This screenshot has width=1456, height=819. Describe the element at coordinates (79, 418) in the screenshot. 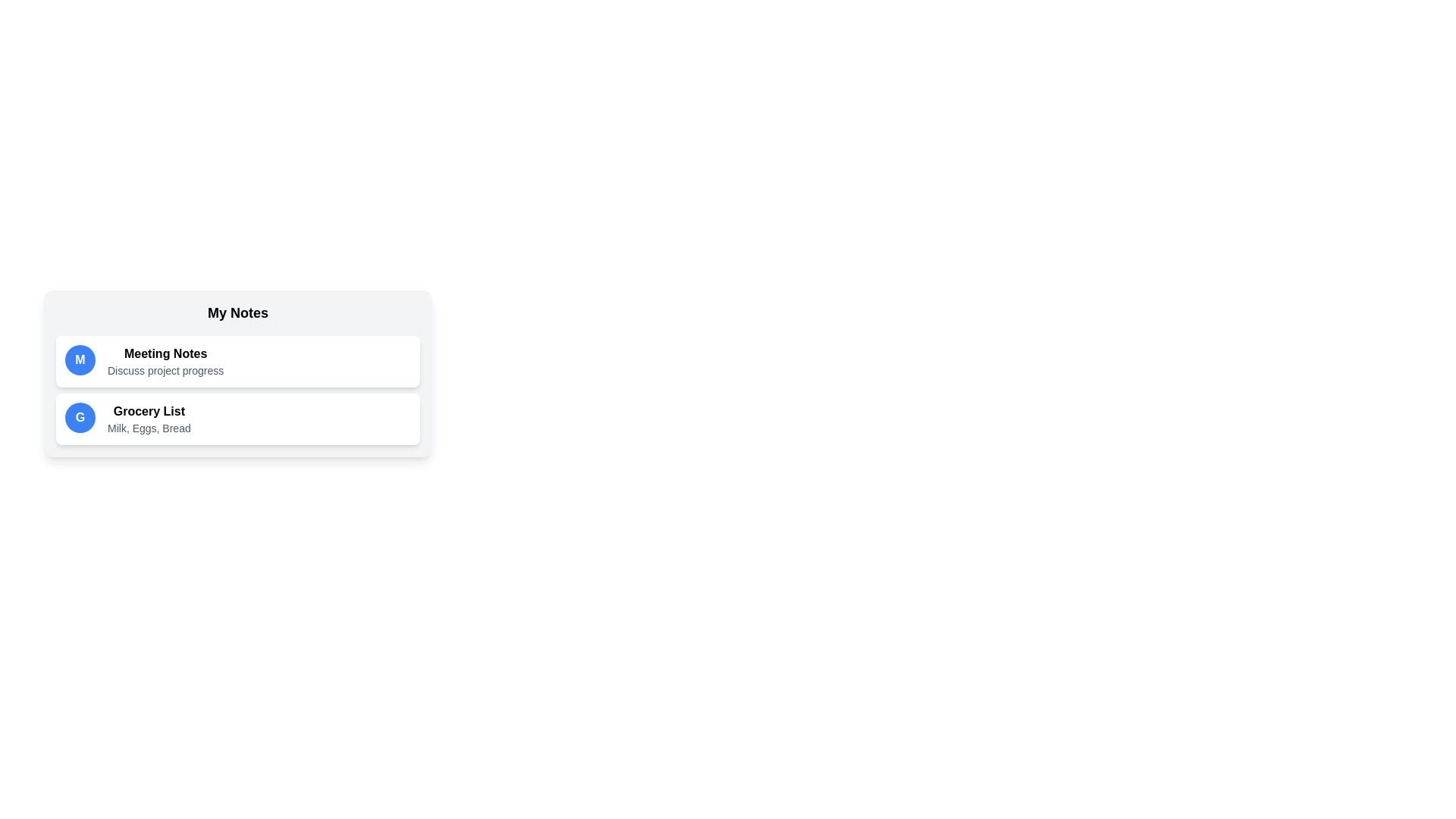

I see `the icon with the initial G to highlight the corresponding note` at that location.